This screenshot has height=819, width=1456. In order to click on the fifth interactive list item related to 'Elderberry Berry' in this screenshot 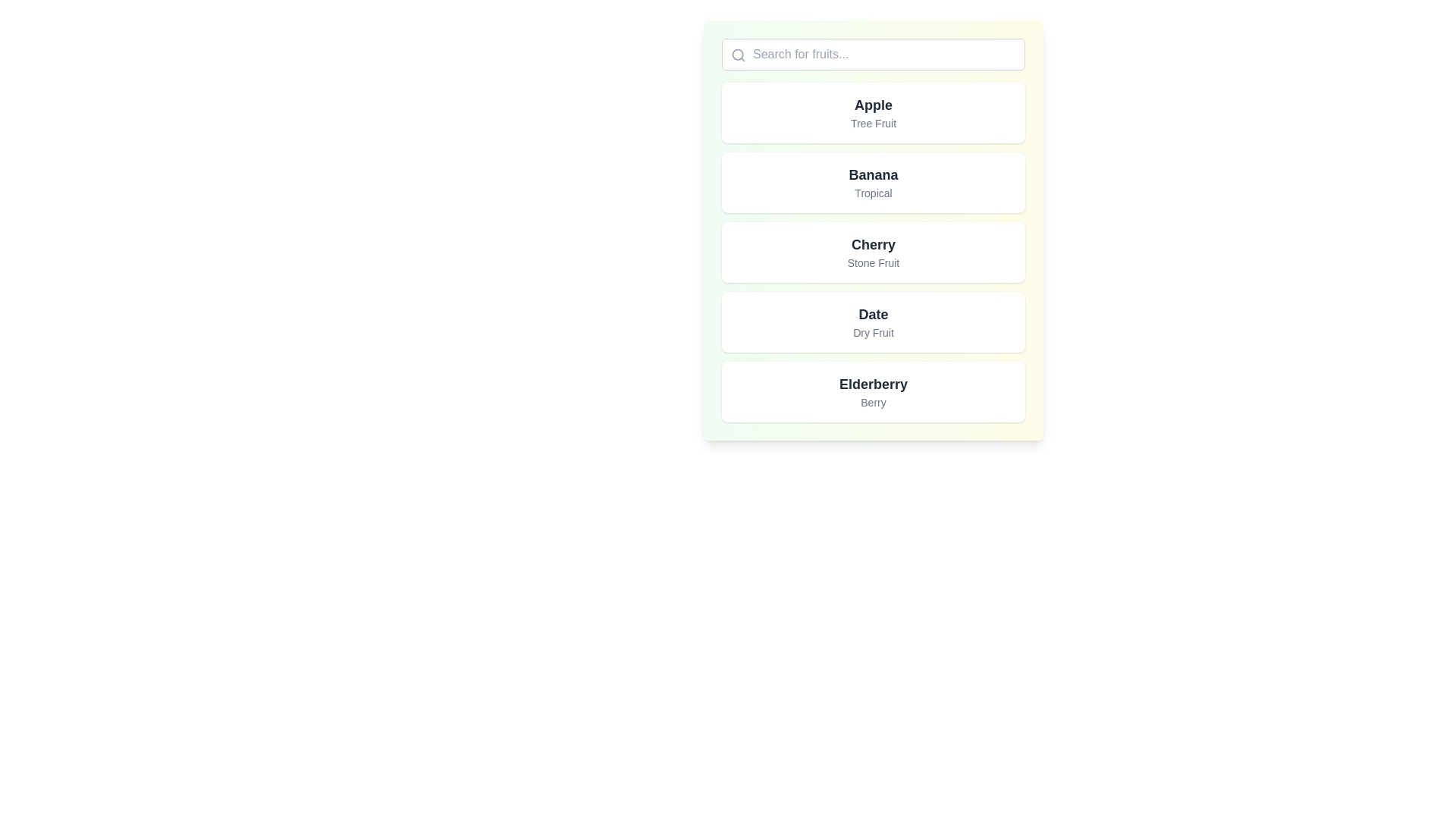, I will do `click(874, 391)`.